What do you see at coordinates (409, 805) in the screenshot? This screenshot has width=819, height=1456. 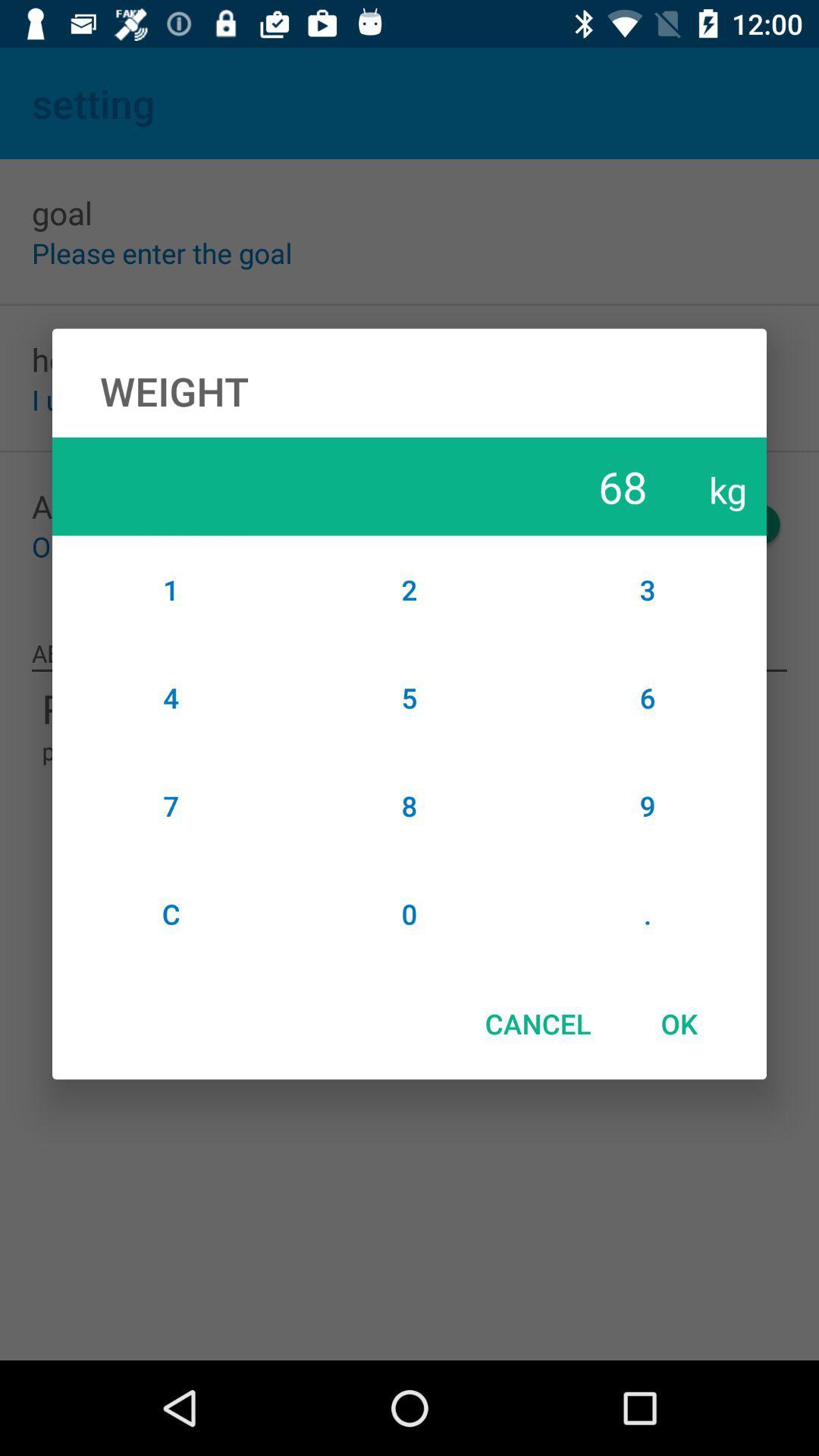 I see `the item next to the 4 item` at bounding box center [409, 805].